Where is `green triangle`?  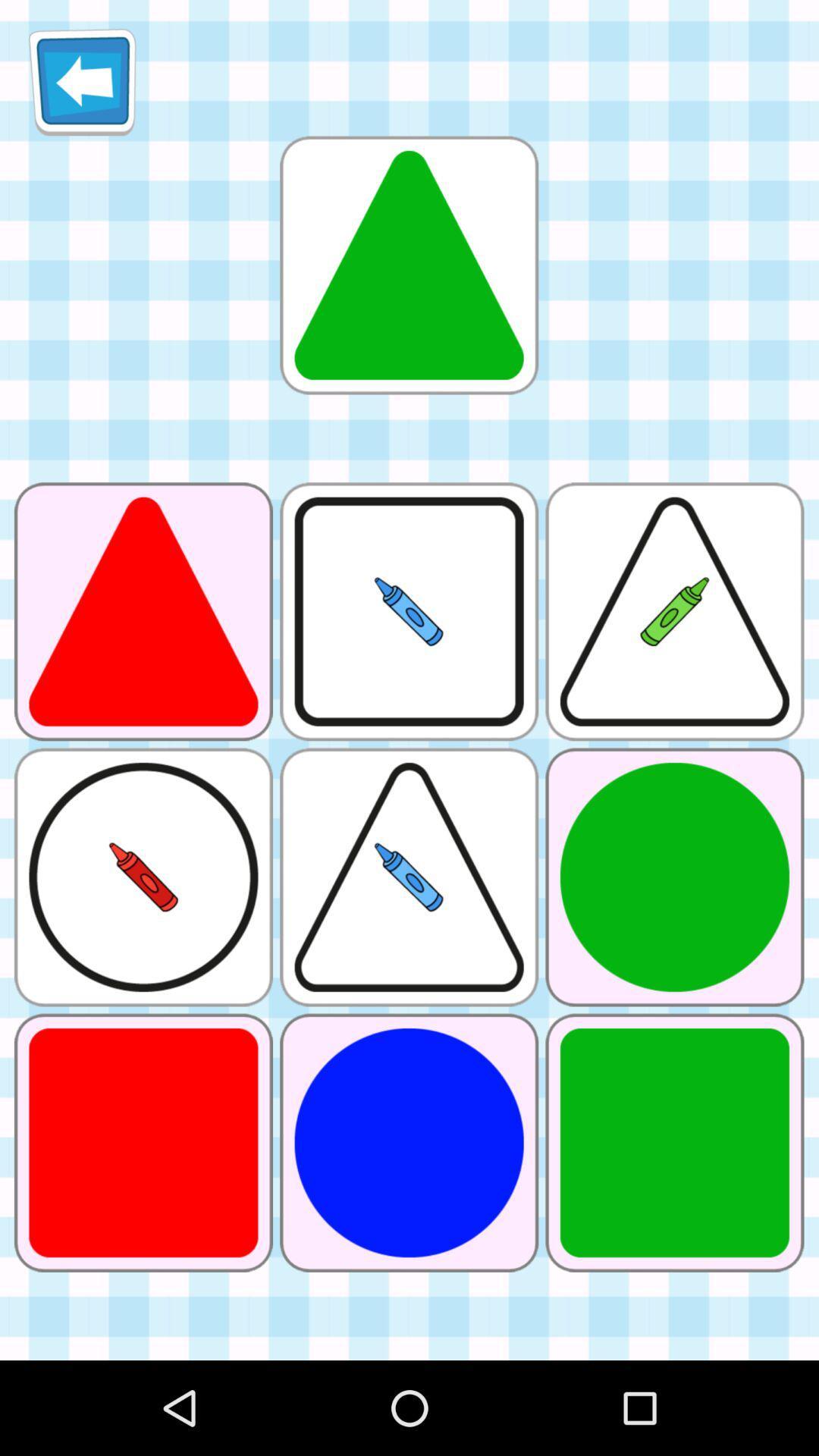 green triangle is located at coordinates (408, 265).